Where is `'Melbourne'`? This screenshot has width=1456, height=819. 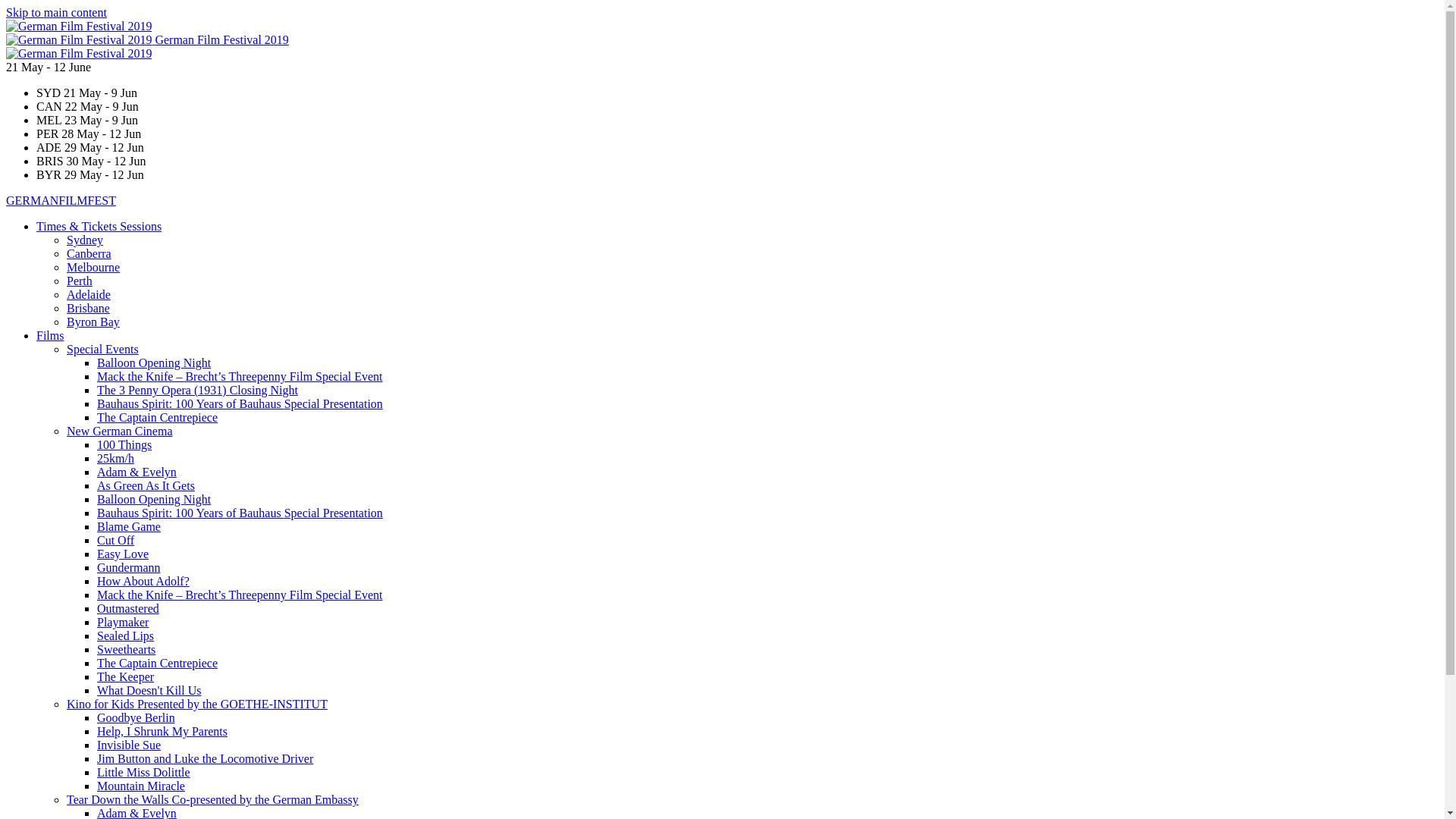 'Melbourne' is located at coordinates (93, 266).